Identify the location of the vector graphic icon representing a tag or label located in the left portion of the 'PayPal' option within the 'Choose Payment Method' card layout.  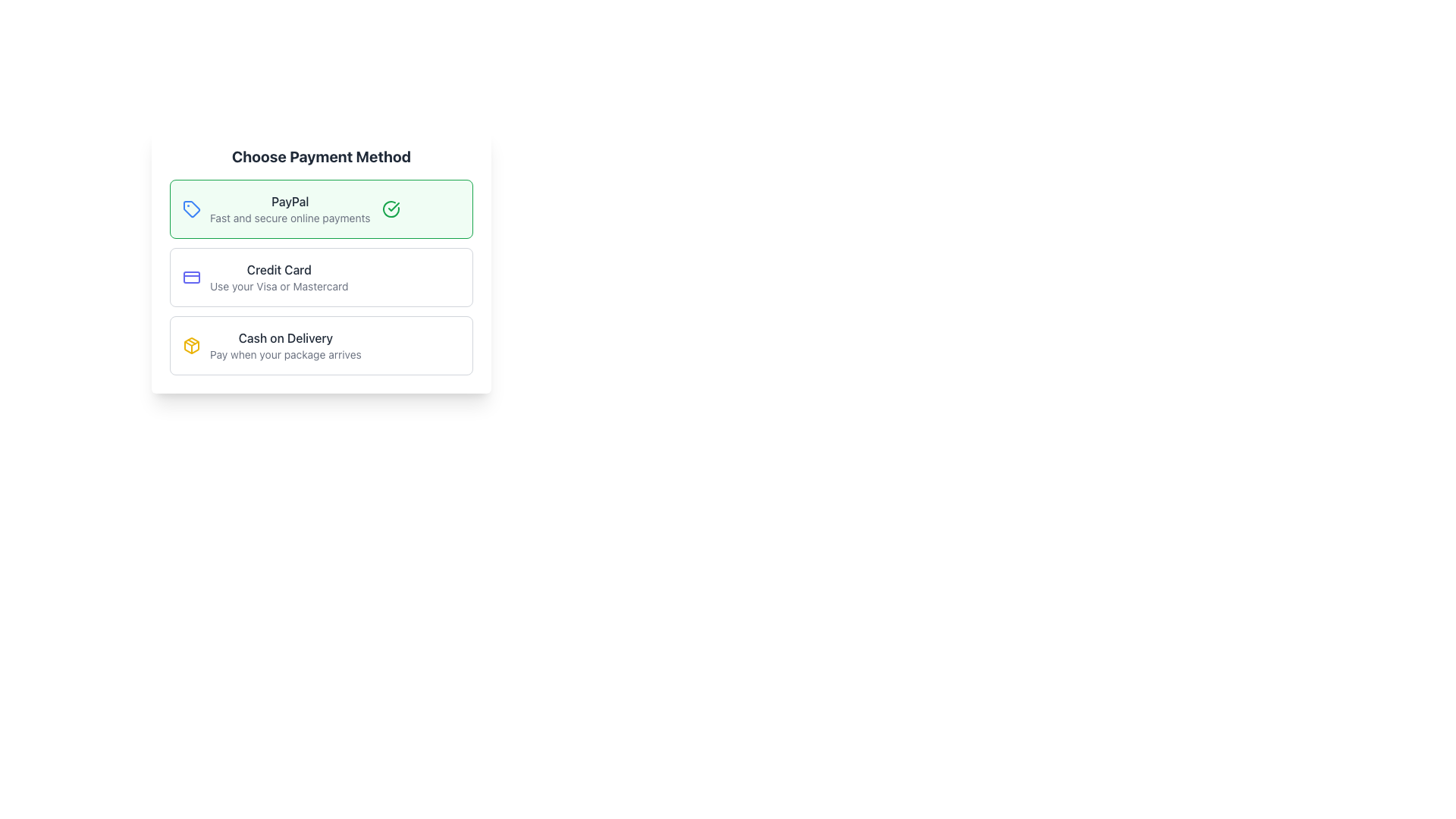
(191, 209).